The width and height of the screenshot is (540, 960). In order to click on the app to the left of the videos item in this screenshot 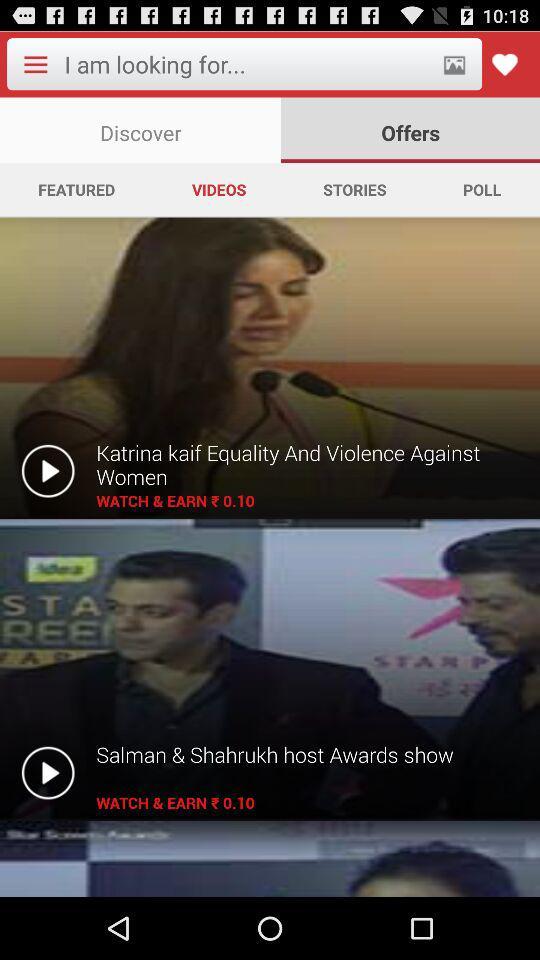, I will do `click(75, 189)`.